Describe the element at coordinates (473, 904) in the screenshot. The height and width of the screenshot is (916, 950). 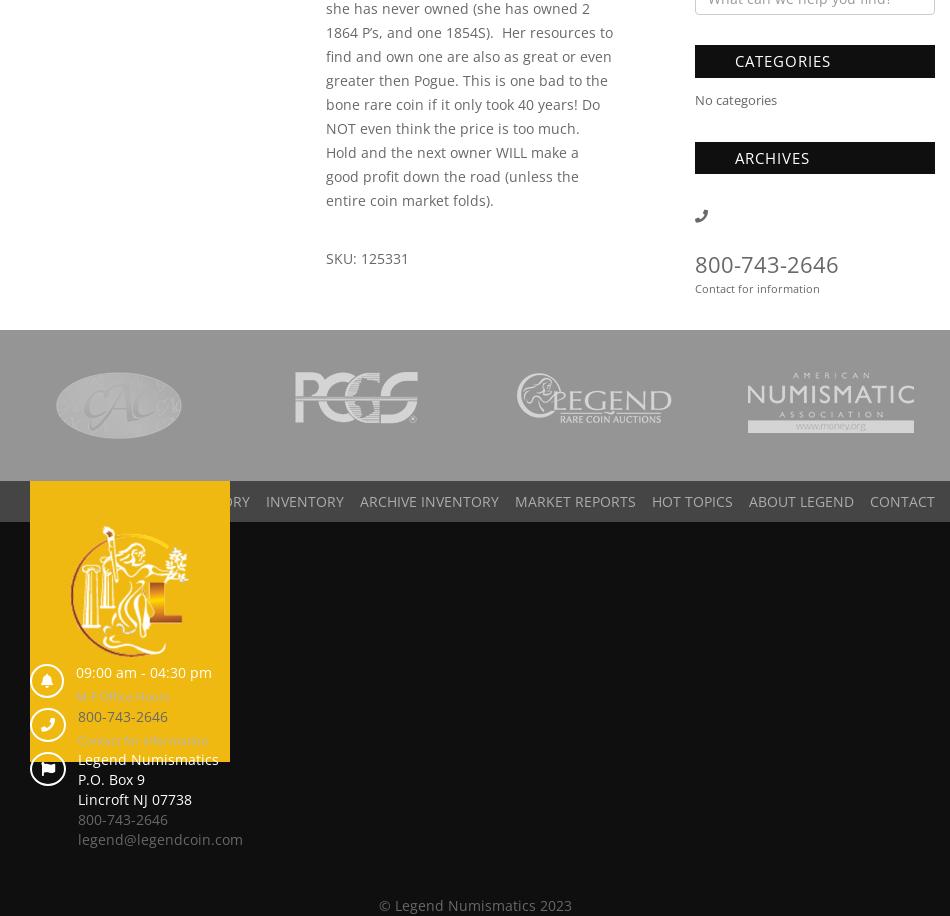
I see `'© Legend Numismatics 2023'` at that location.